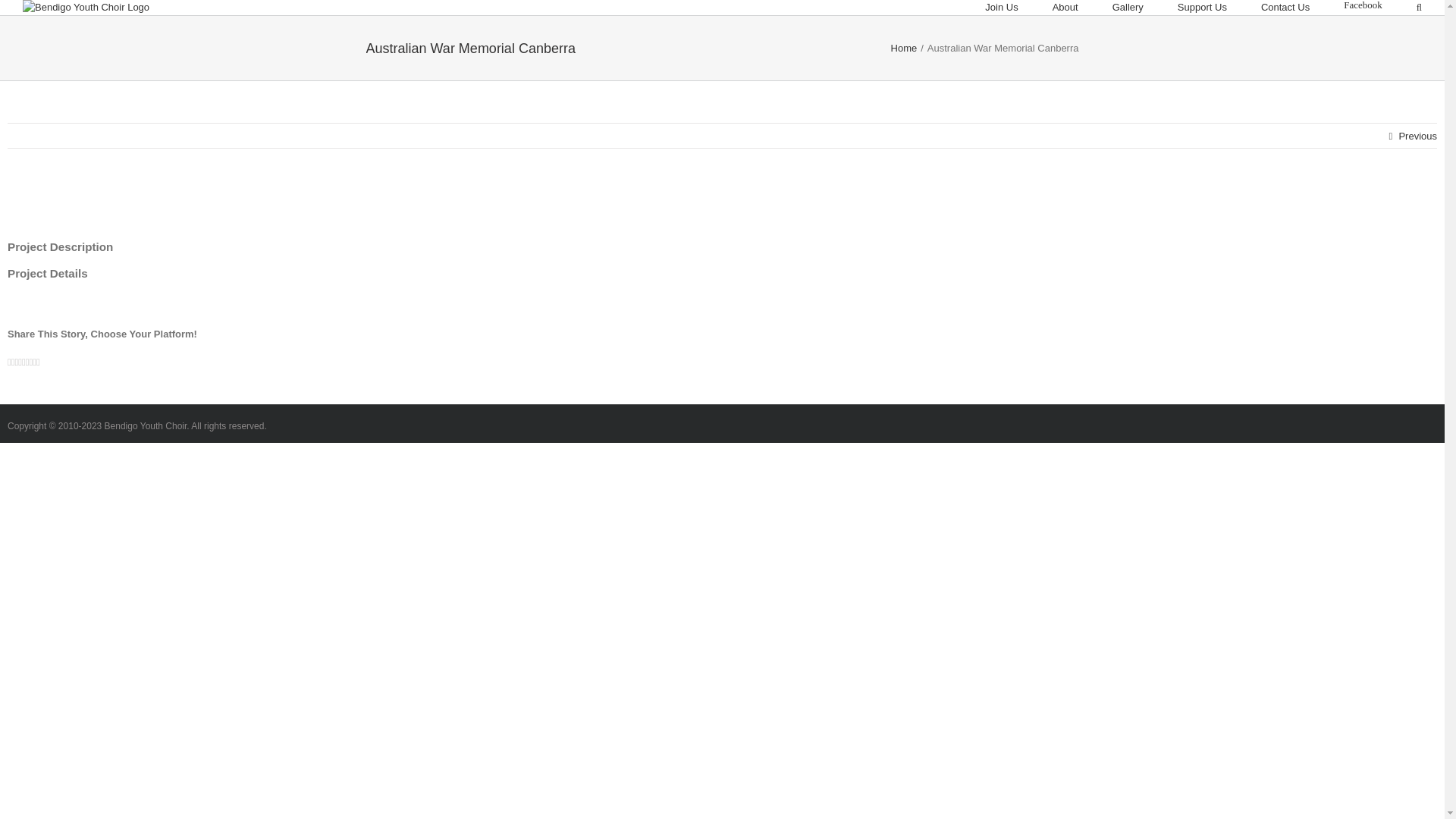 Image resolution: width=1456 pixels, height=819 pixels. Describe the element at coordinates (38, 362) in the screenshot. I see `'Email'` at that location.